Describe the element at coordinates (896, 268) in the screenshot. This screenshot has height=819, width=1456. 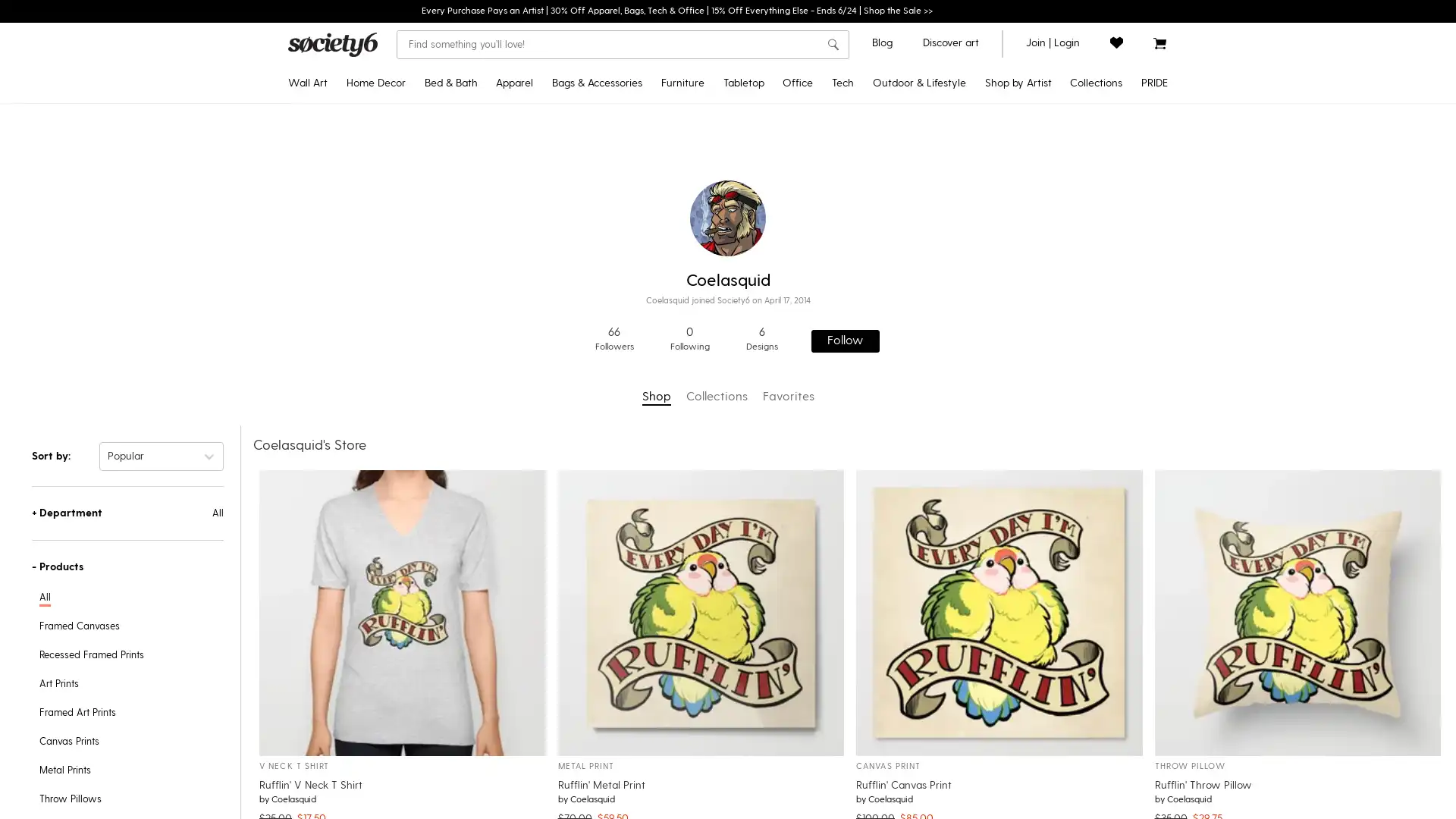
I see `iPad Folio Cases` at that location.